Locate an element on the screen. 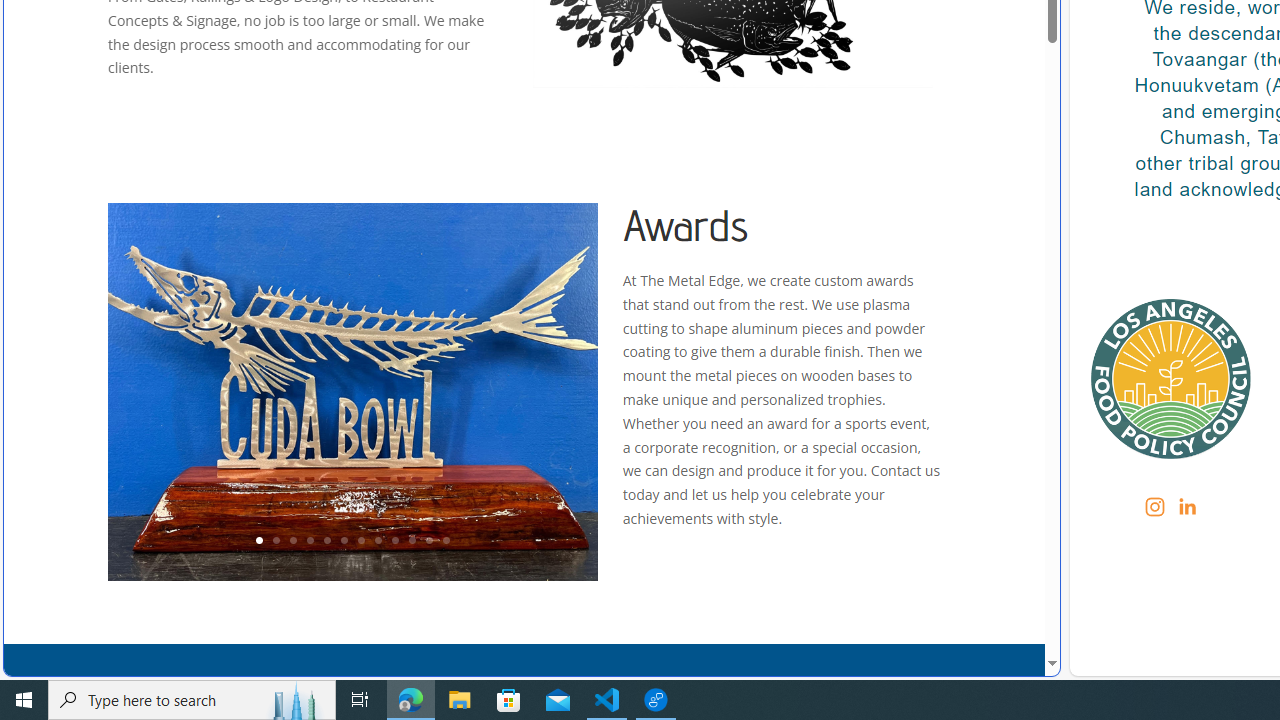 Image resolution: width=1280 pixels, height=720 pixels. '12' is located at coordinates (445, 541).